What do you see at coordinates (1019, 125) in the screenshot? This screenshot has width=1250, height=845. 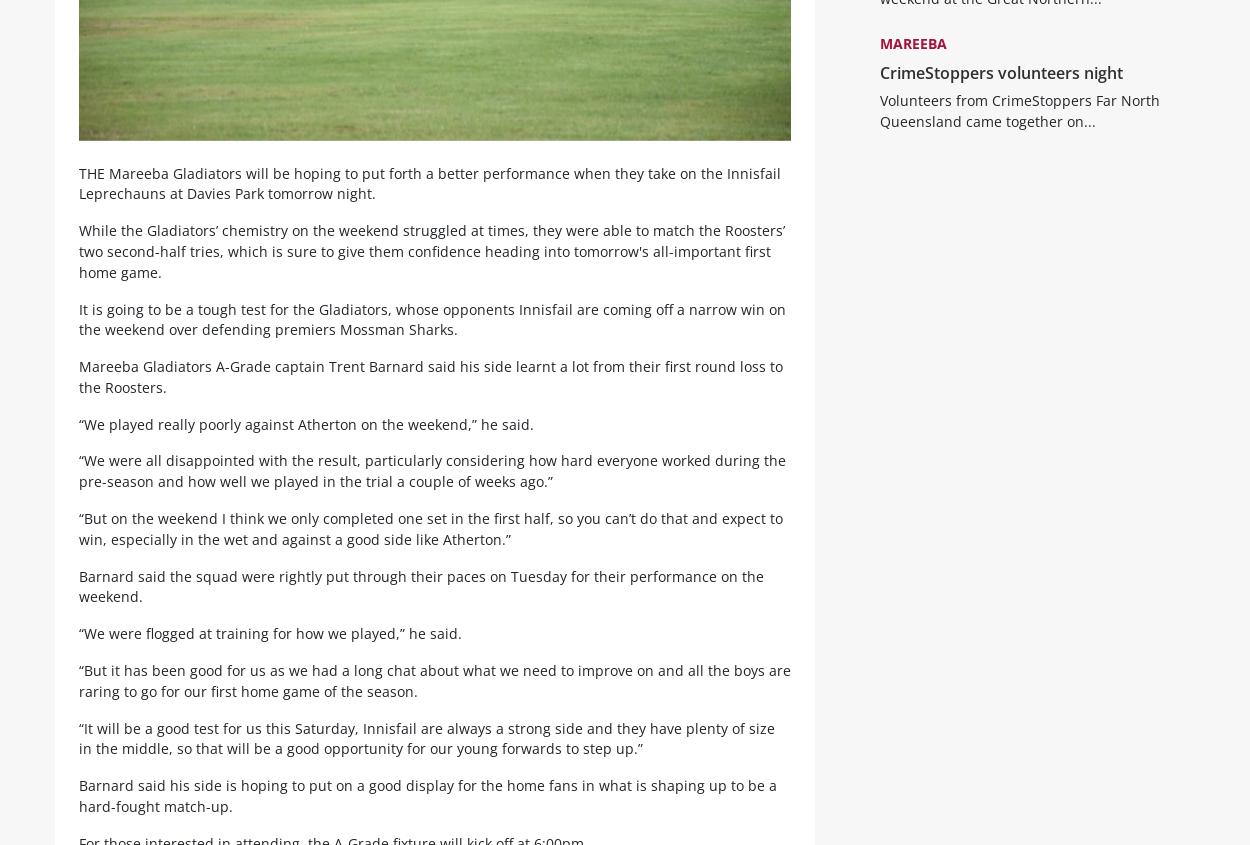 I see `'Volunteers from CrimeStoppers Far North Queensland came together on...'` at bounding box center [1019, 125].